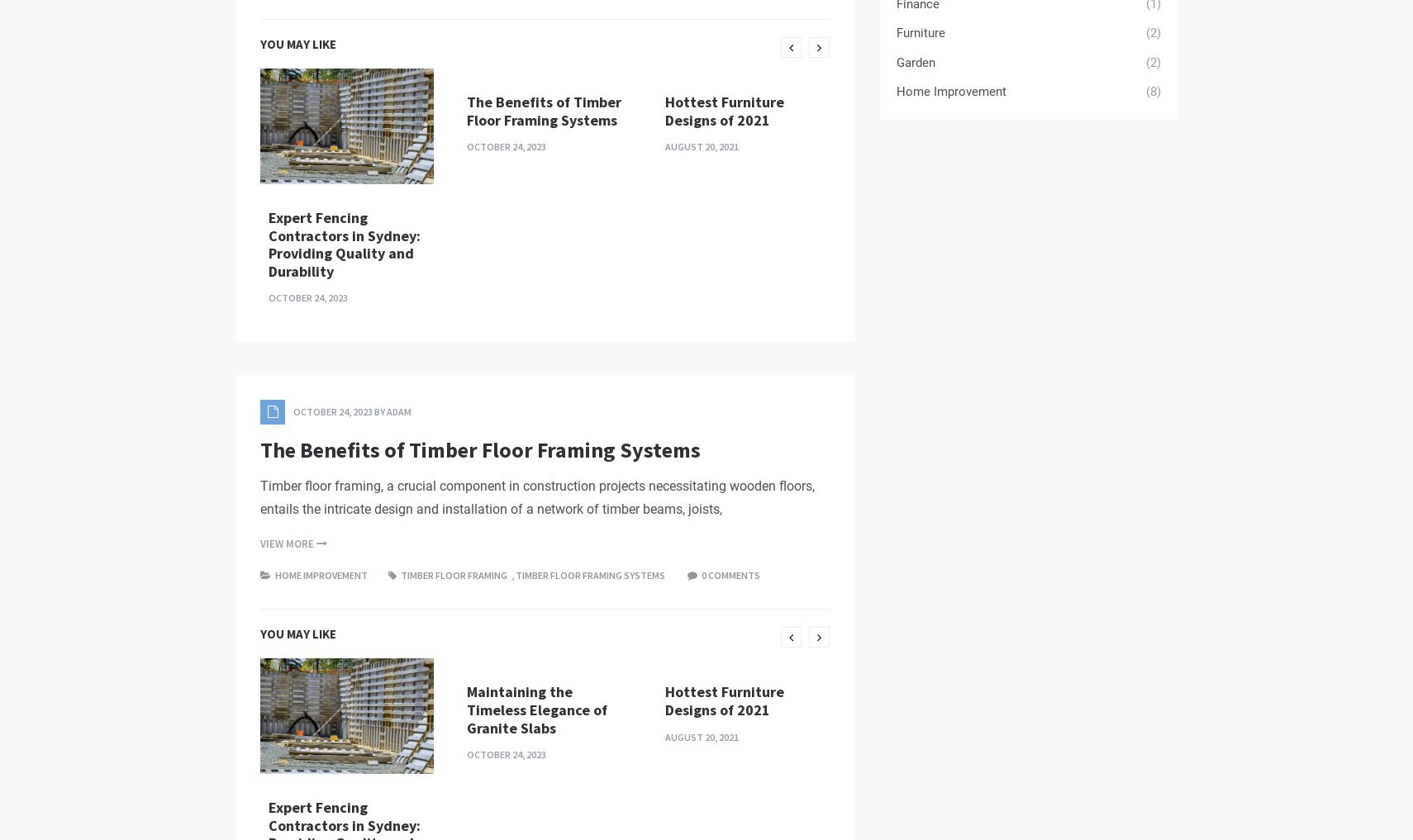 The width and height of the screenshot is (1413, 840). Describe the element at coordinates (665, 392) in the screenshot. I see `'Hottest Furniture Designs of 2021'` at that location.